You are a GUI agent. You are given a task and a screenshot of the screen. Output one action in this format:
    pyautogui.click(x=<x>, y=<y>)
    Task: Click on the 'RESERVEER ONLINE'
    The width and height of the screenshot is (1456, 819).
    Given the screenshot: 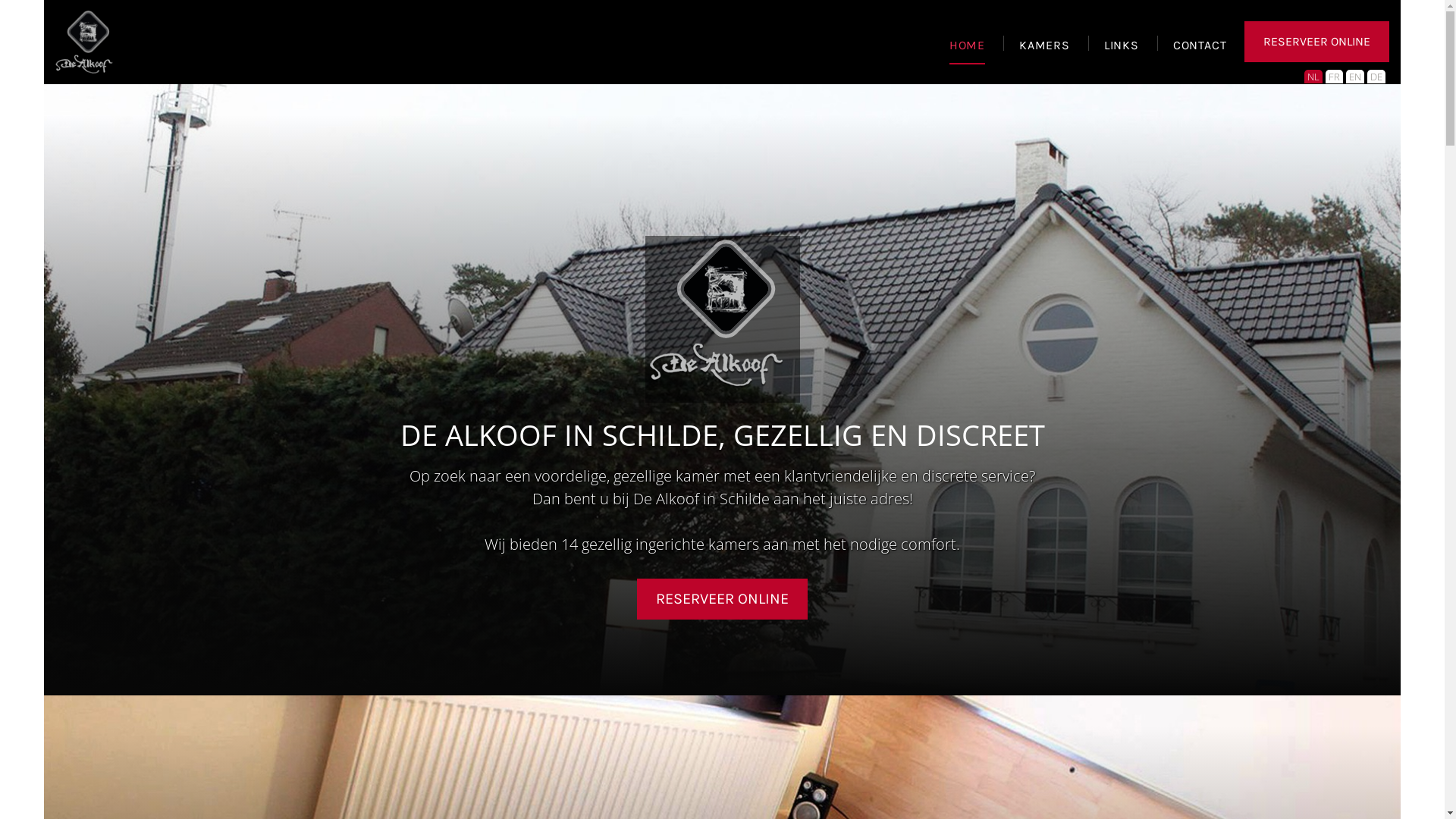 What is the action you would take?
    pyautogui.click(x=637, y=598)
    